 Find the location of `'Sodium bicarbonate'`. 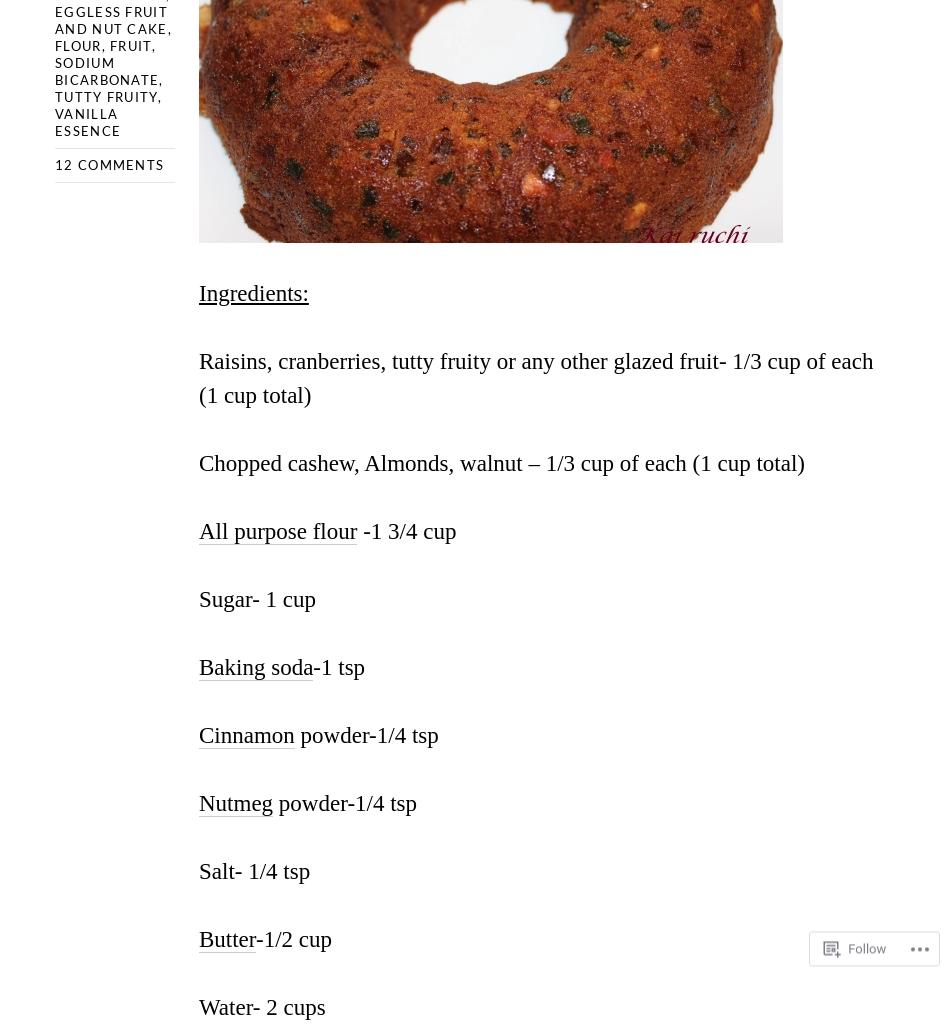

'Sodium bicarbonate' is located at coordinates (106, 70).